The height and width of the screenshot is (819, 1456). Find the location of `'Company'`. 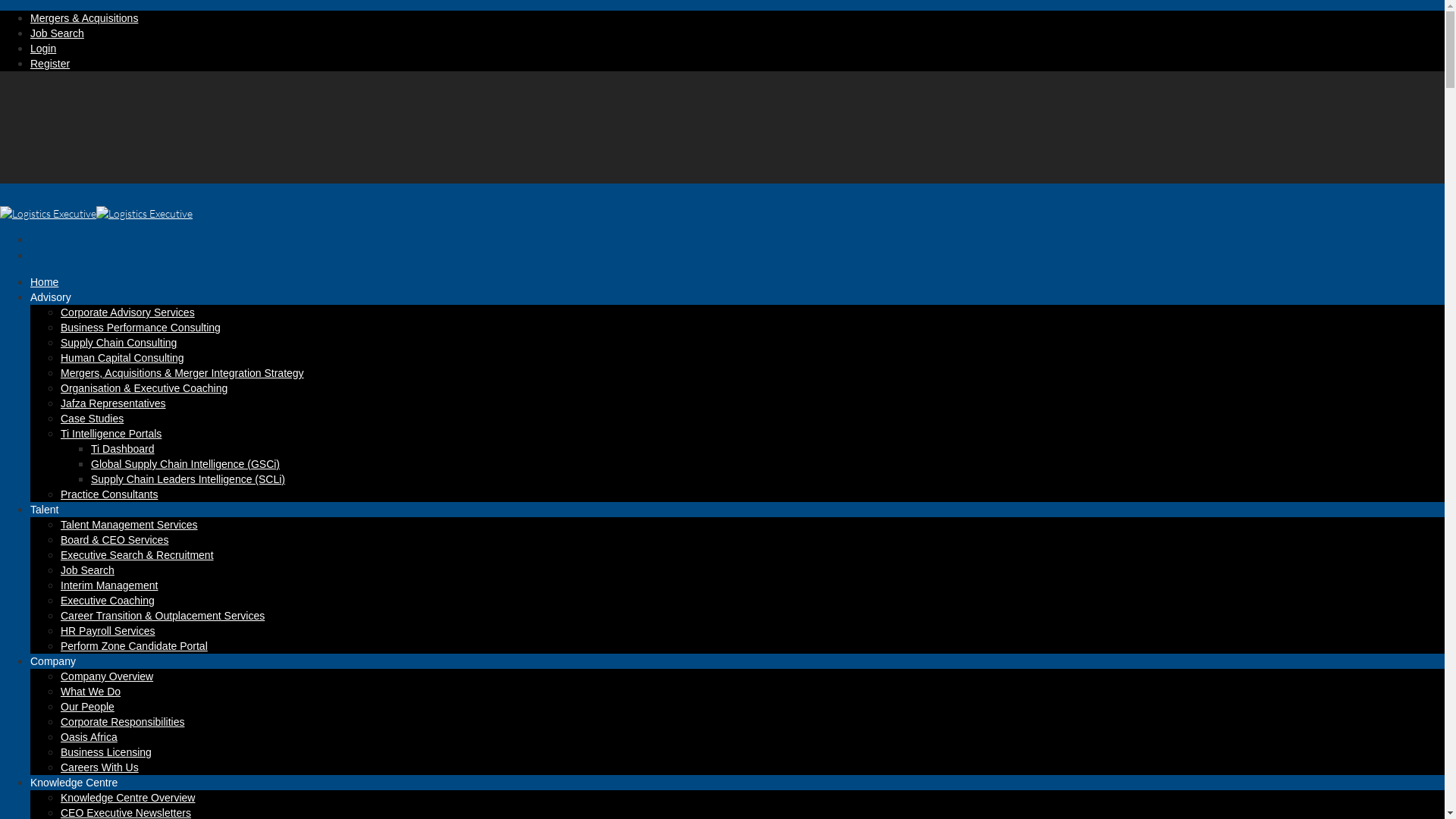

'Company' is located at coordinates (53, 672).